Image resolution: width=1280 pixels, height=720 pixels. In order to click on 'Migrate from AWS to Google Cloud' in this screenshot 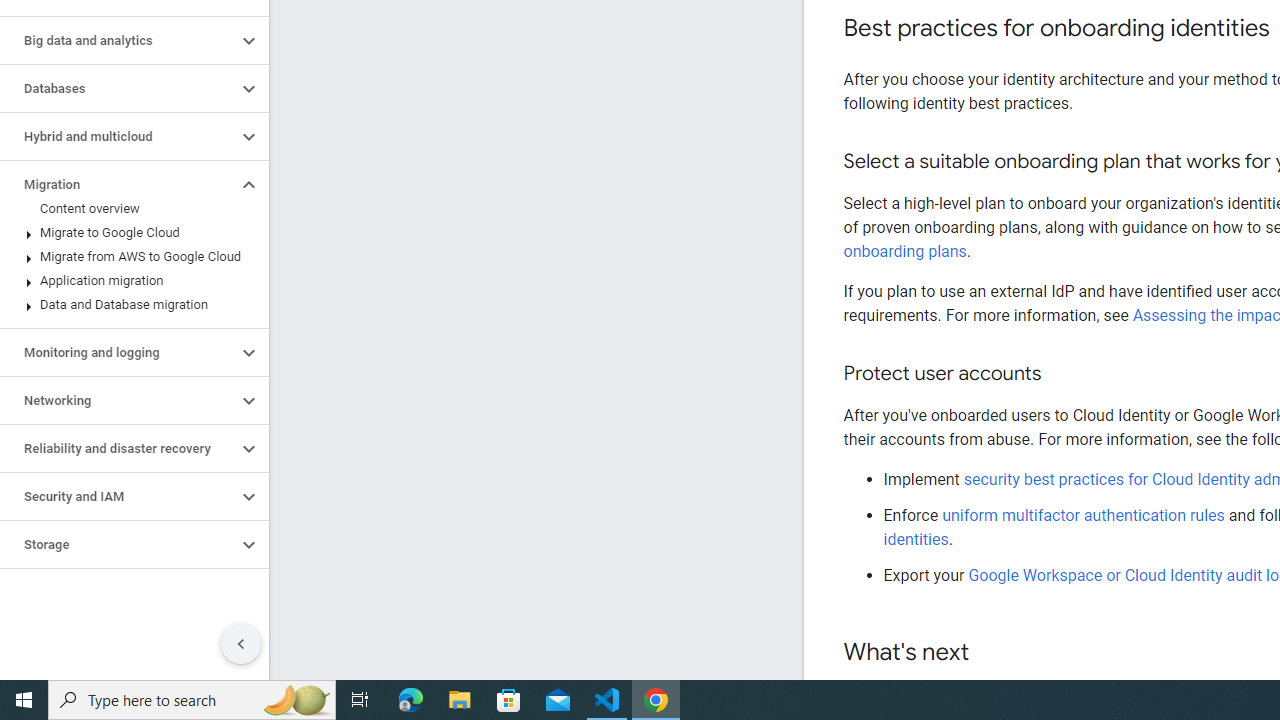, I will do `click(129, 256)`.